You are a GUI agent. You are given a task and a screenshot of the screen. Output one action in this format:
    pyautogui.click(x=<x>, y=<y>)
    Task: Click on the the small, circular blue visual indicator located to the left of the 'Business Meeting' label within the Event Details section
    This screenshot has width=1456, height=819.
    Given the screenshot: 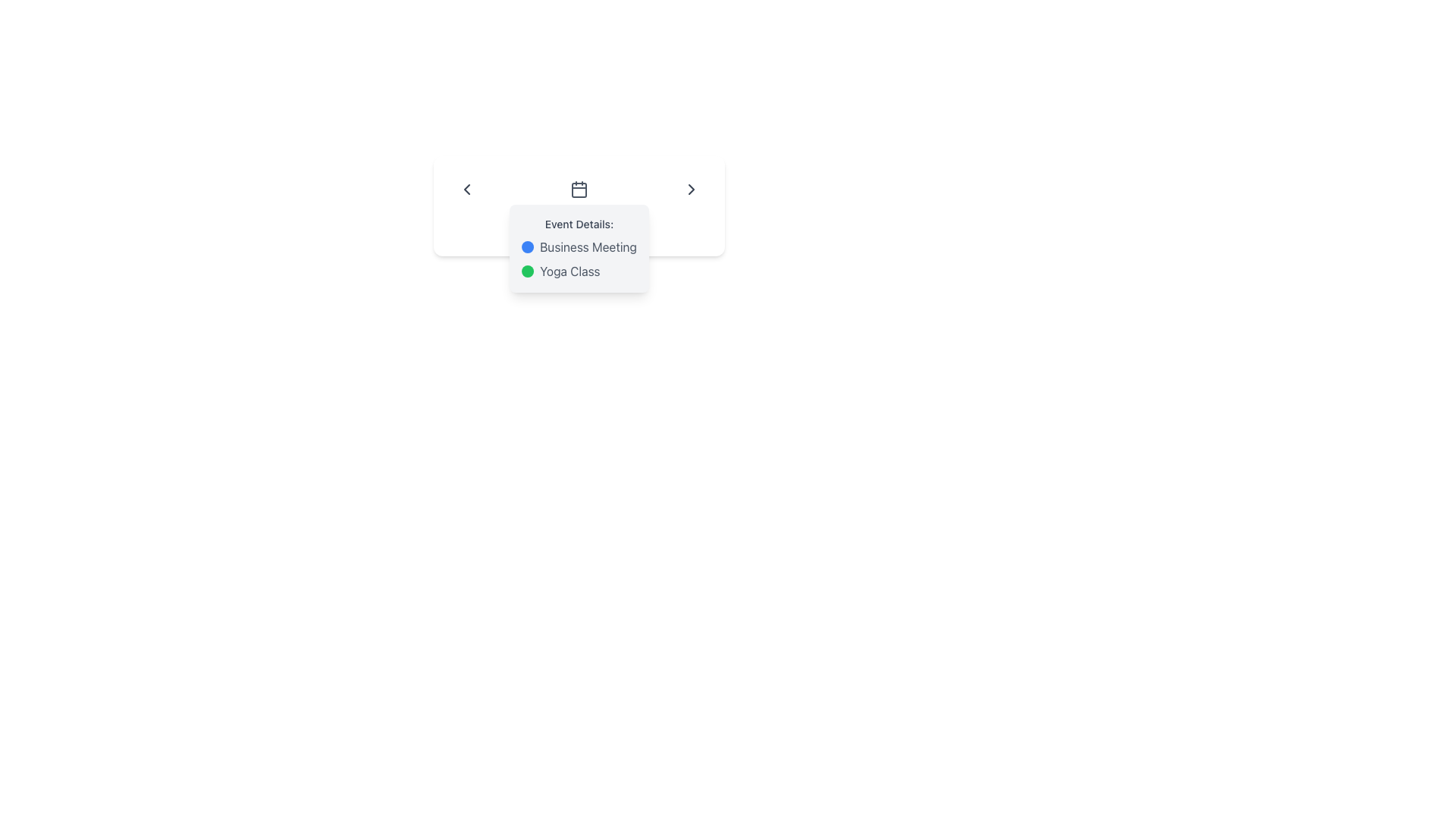 What is the action you would take?
    pyautogui.click(x=528, y=246)
    